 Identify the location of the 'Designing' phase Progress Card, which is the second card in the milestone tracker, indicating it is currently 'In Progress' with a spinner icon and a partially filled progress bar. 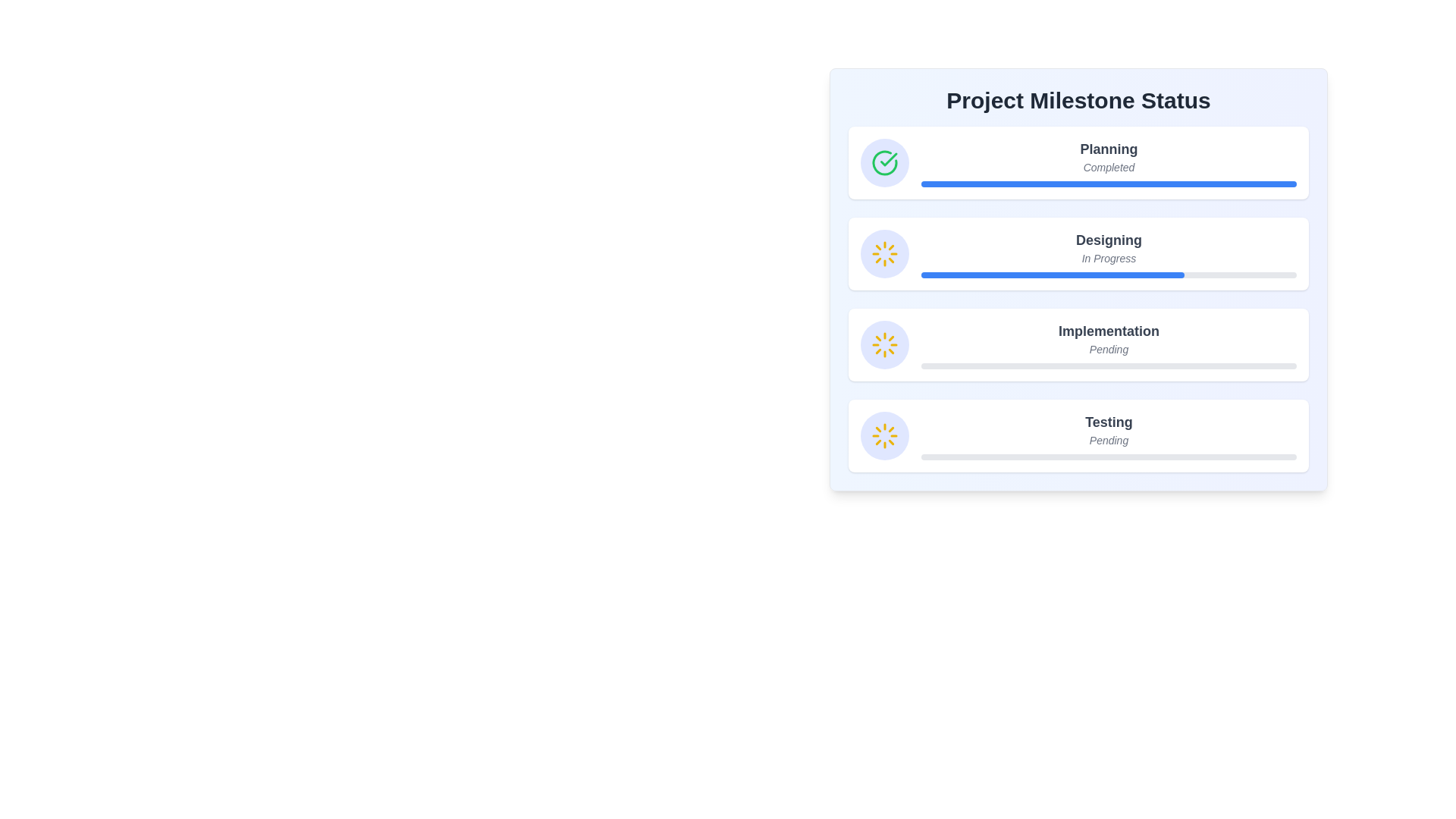
(1078, 253).